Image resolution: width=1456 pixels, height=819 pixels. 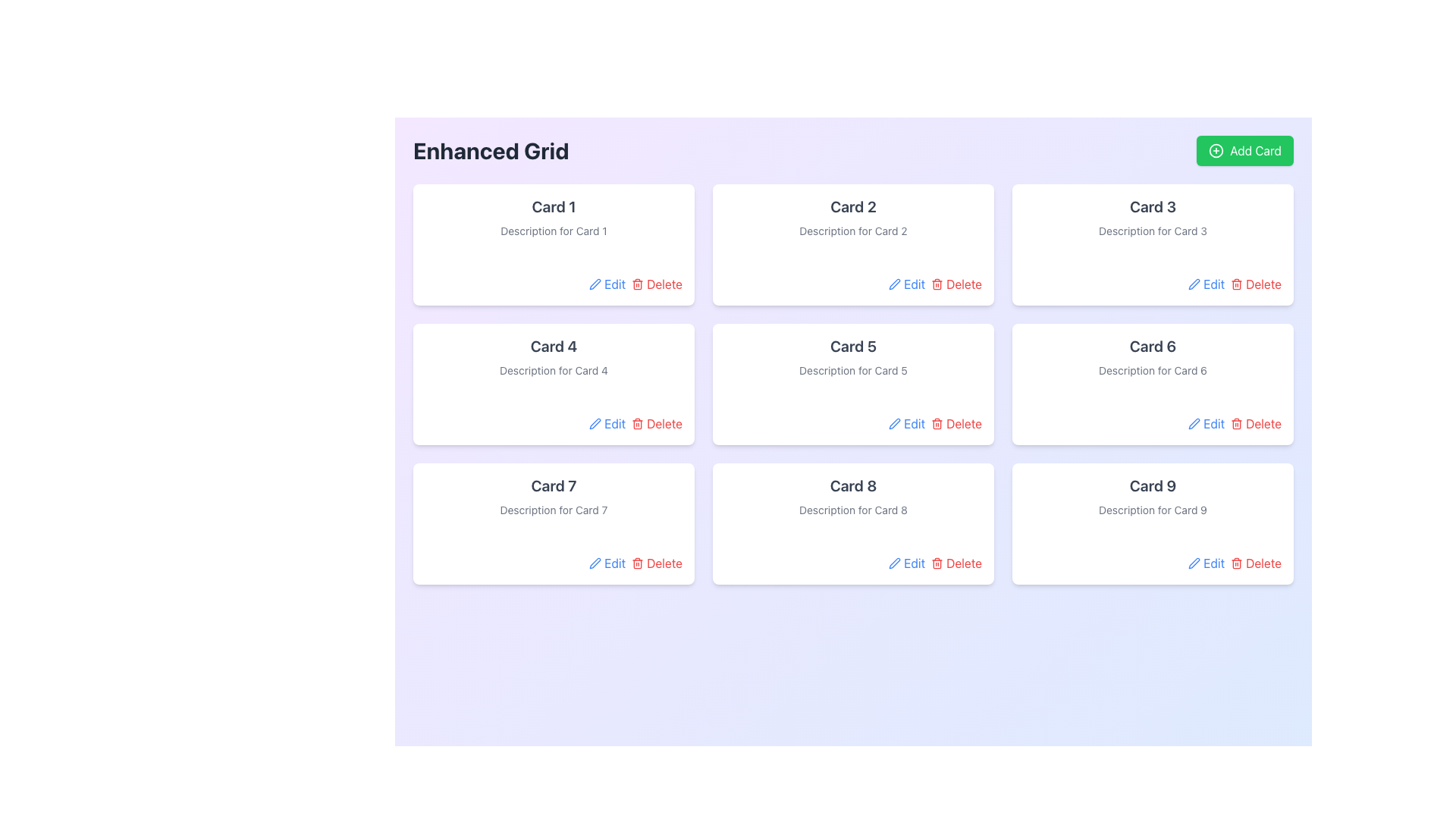 I want to click on the 'Edit' hyperlink styled as a button, which is blue-colored and features a pen icon, located in the 'Card 5' section of the grid layout, so click(x=907, y=424).